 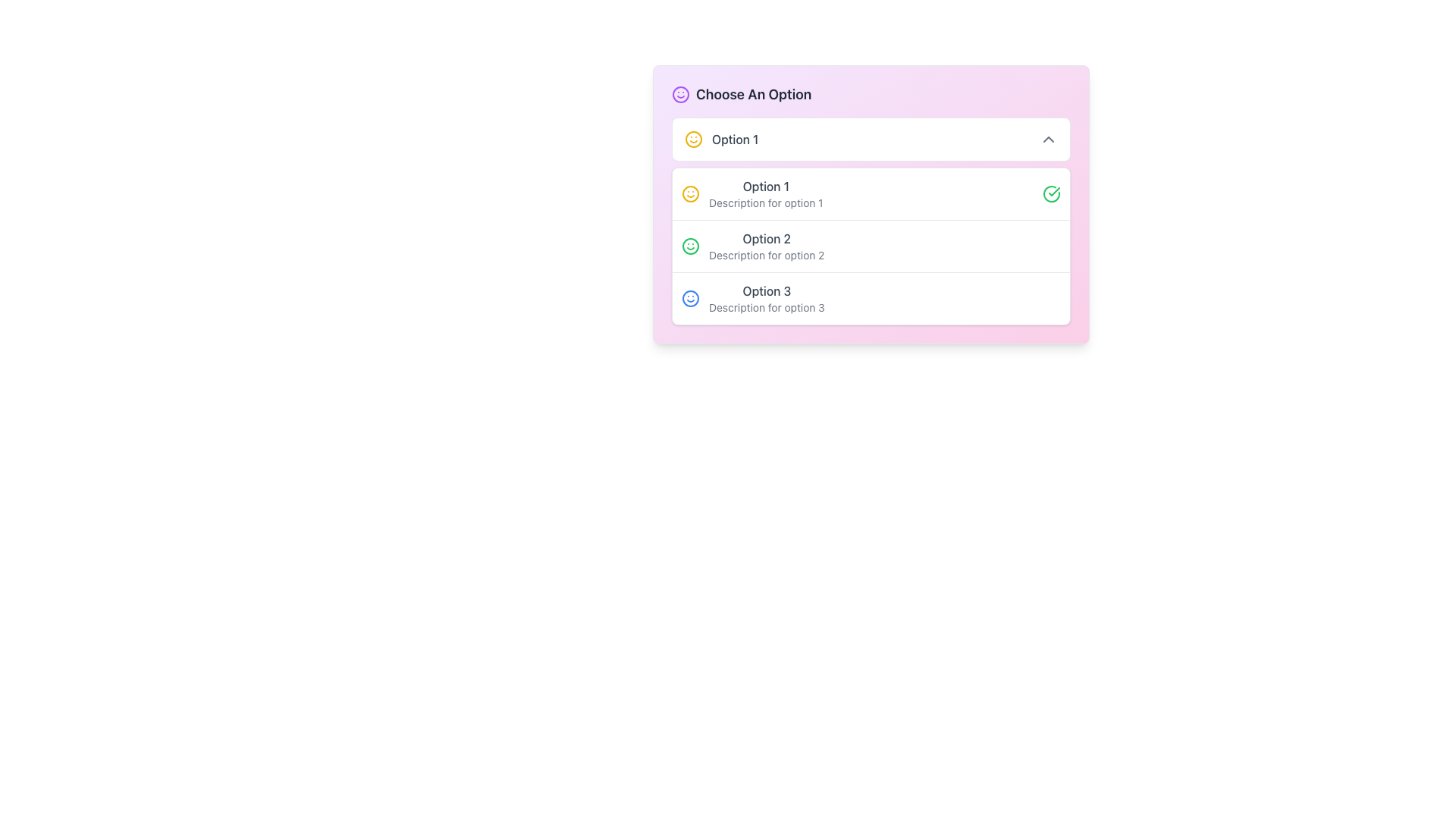 I want to click on the circular SVG element that forms the boundary of the yellow smiley icon, located at the center of the icon, so click(x=693, y=140).